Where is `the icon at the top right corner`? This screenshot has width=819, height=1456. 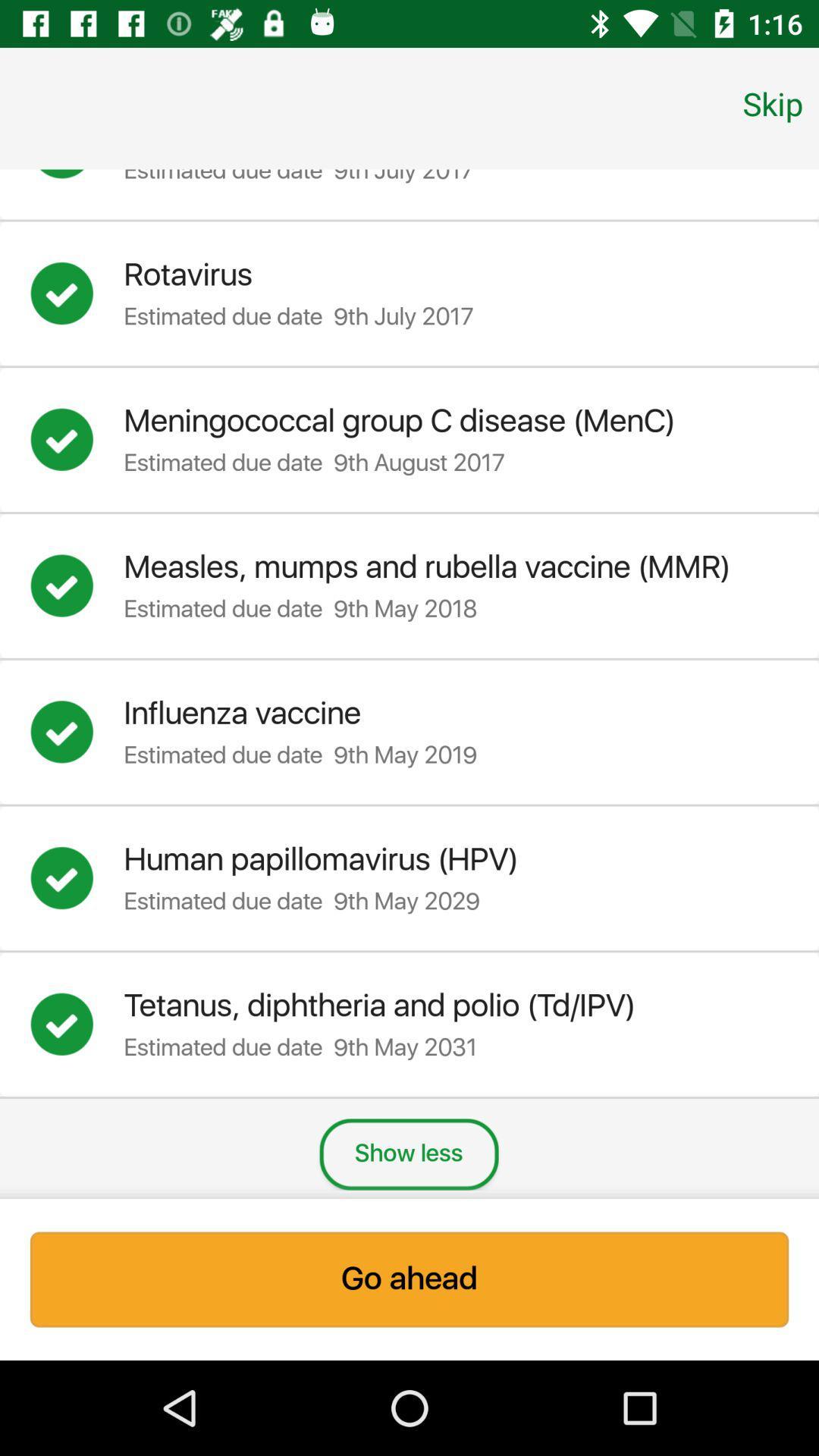
the icon at the top right corner is located at coordinates (773, 102).